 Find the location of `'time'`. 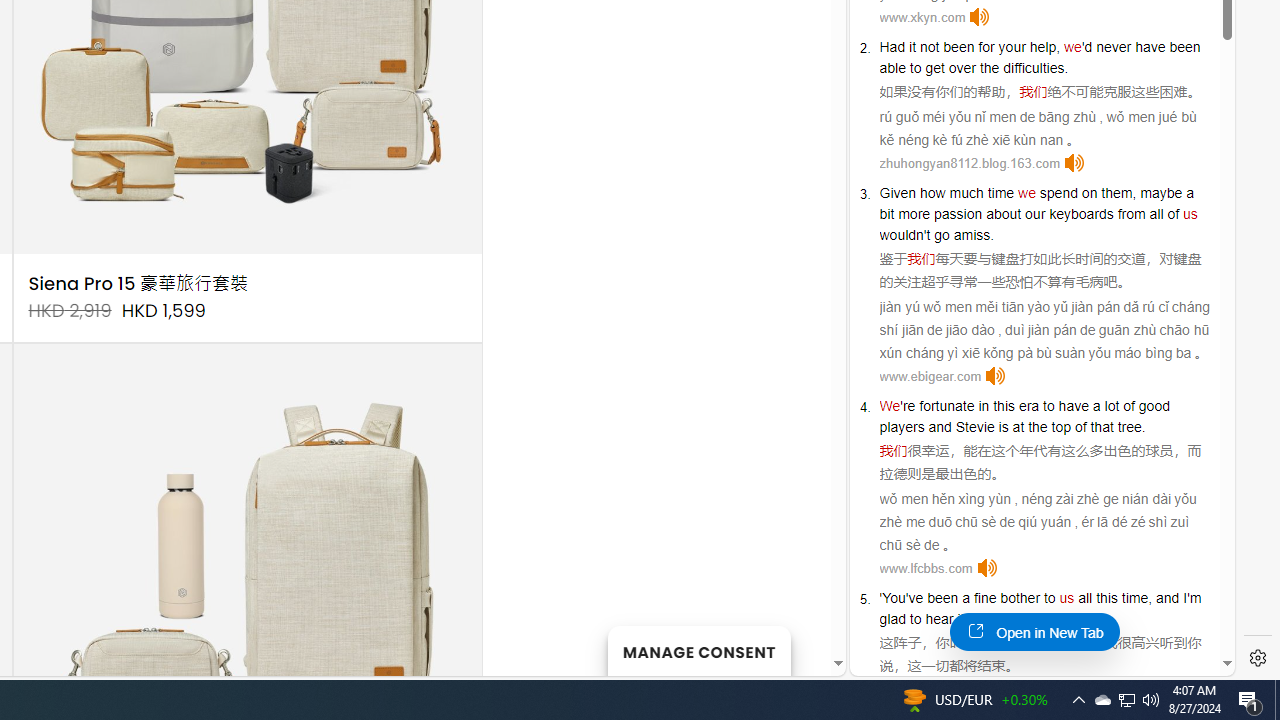

'time' is located at coordinates (1000, 192).